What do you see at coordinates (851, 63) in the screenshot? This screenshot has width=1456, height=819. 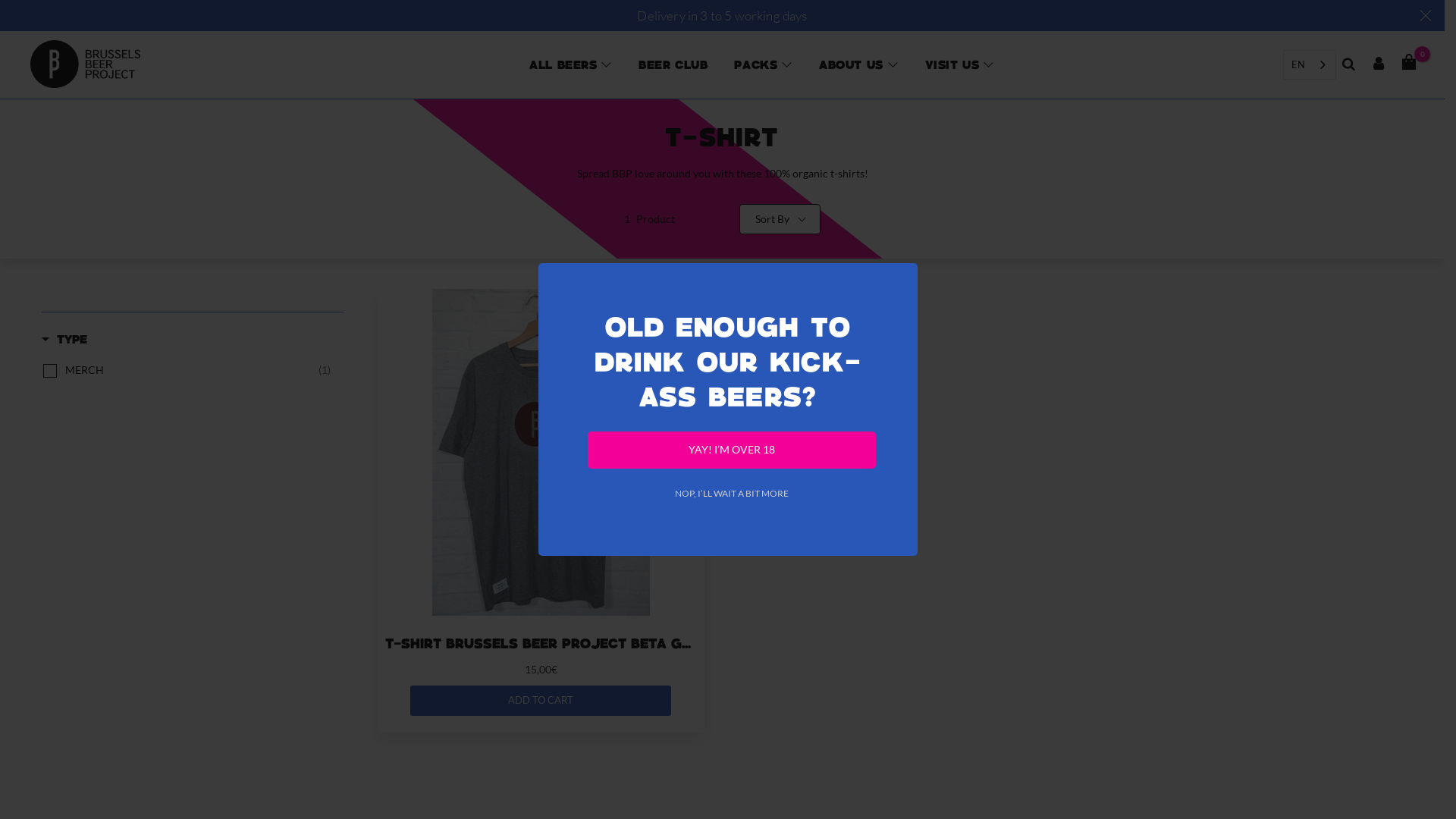 I see `'About us'` at bounding box center [851, 63].